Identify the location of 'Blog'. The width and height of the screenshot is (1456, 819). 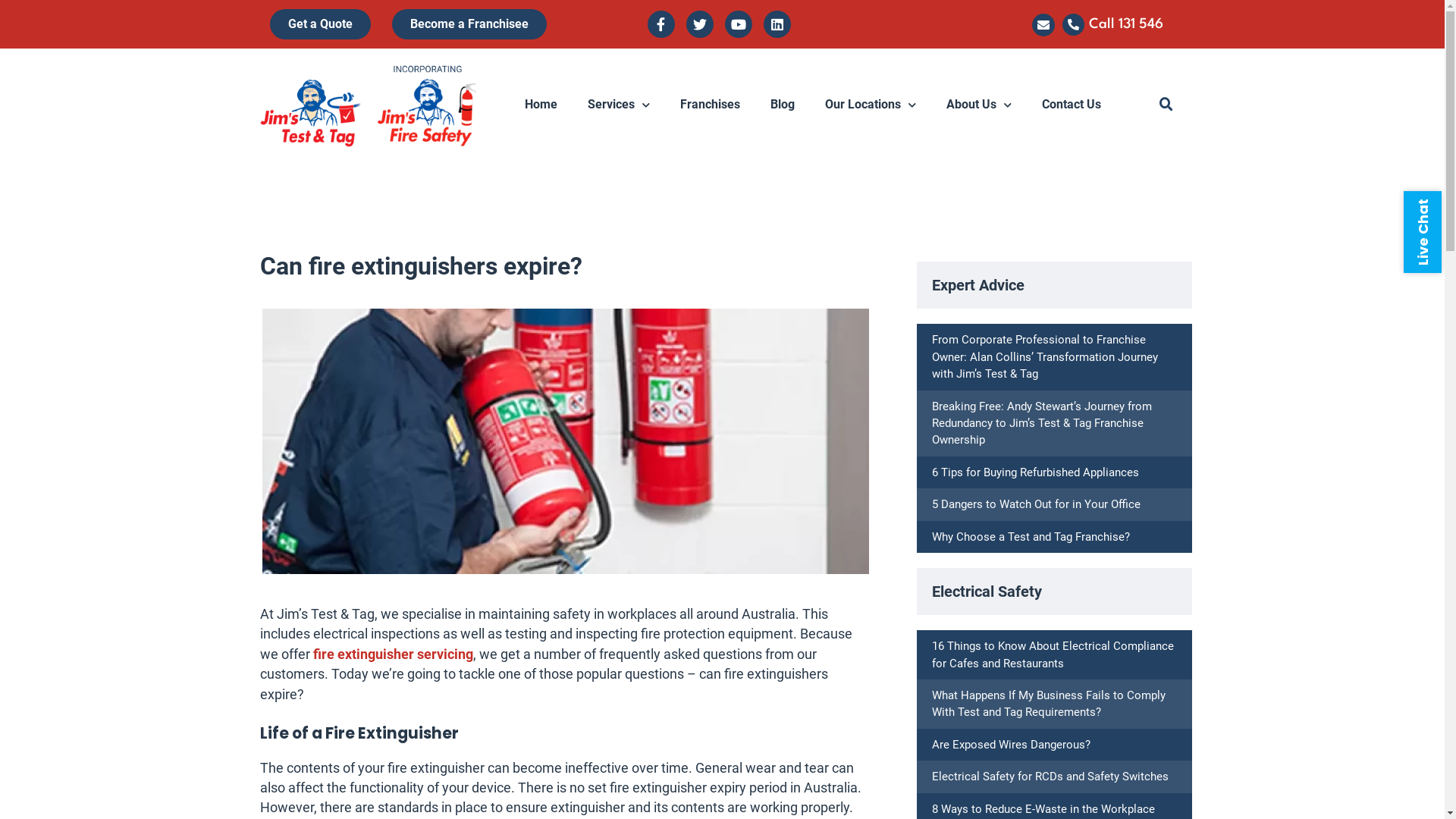
(783, 104).